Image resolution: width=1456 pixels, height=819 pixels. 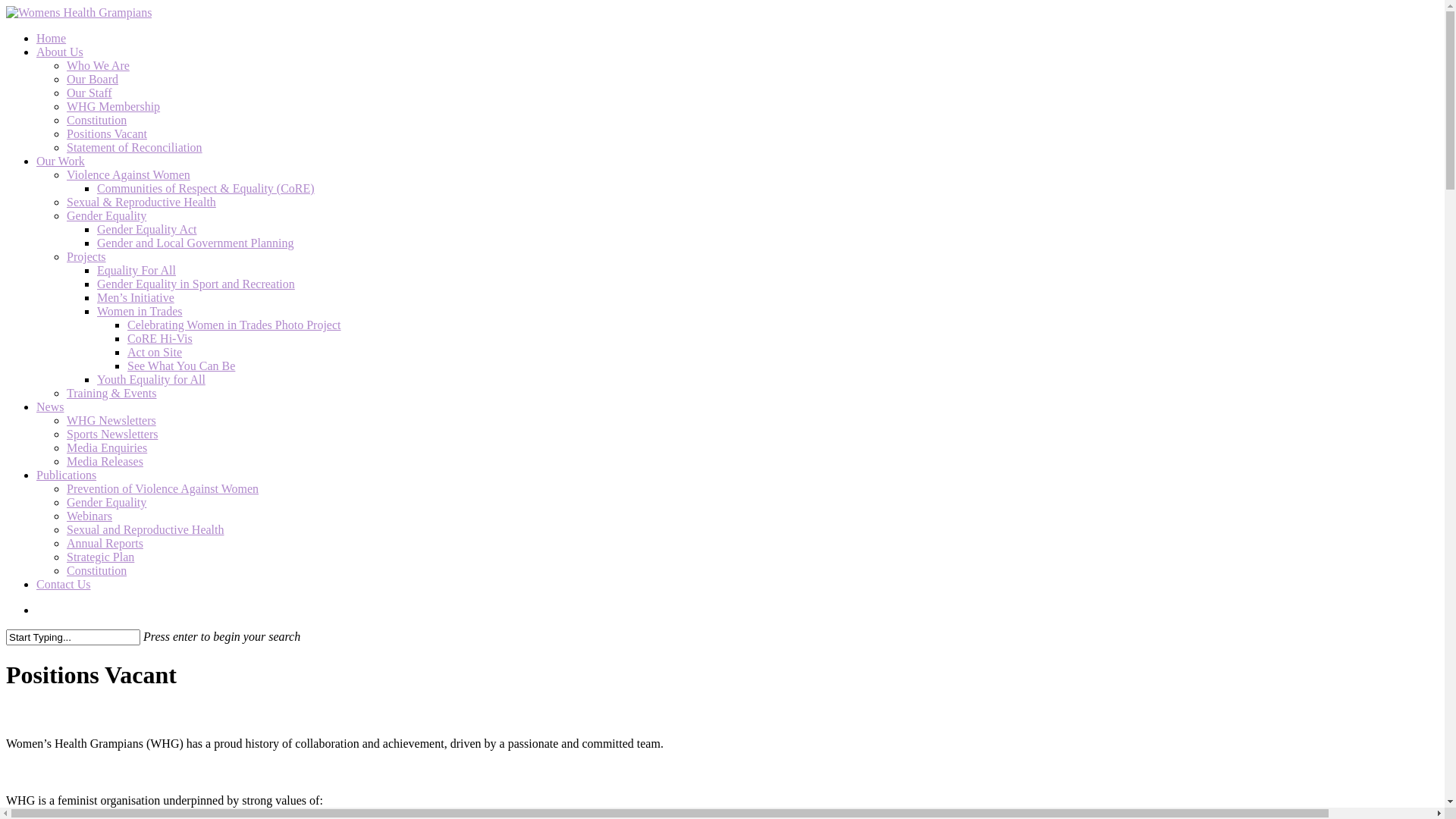 What do you see at coordinates (104, 460) in the screenshot?
I see `'Media Releases'` at bounding box center [104, 460].